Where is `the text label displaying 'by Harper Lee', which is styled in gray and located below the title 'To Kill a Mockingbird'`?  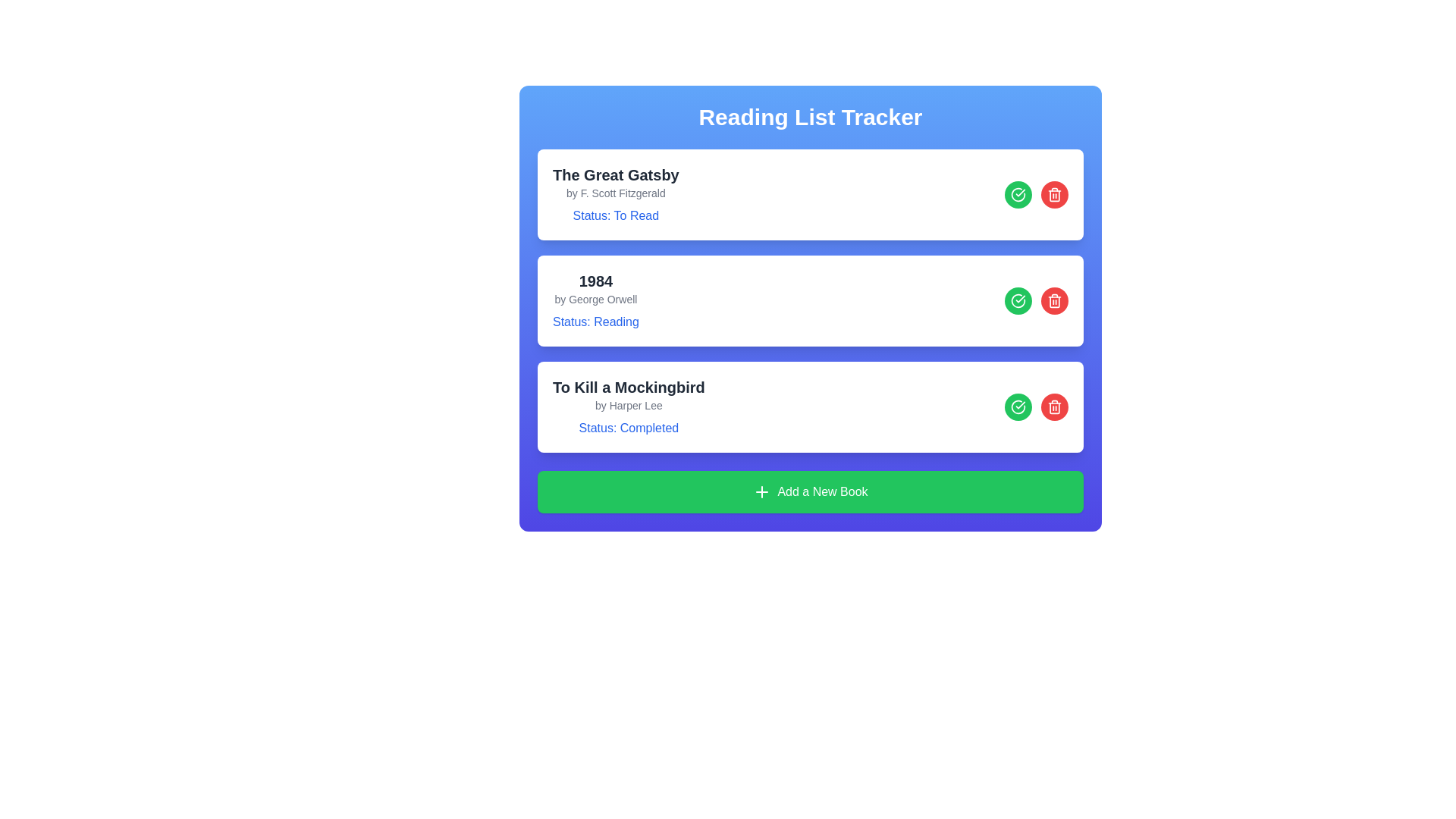
the text label displaying 'by Harper Lee', which is styled in gray and located below the title 'To Kill a Mockingbird' is located at coordinates (629, 405).